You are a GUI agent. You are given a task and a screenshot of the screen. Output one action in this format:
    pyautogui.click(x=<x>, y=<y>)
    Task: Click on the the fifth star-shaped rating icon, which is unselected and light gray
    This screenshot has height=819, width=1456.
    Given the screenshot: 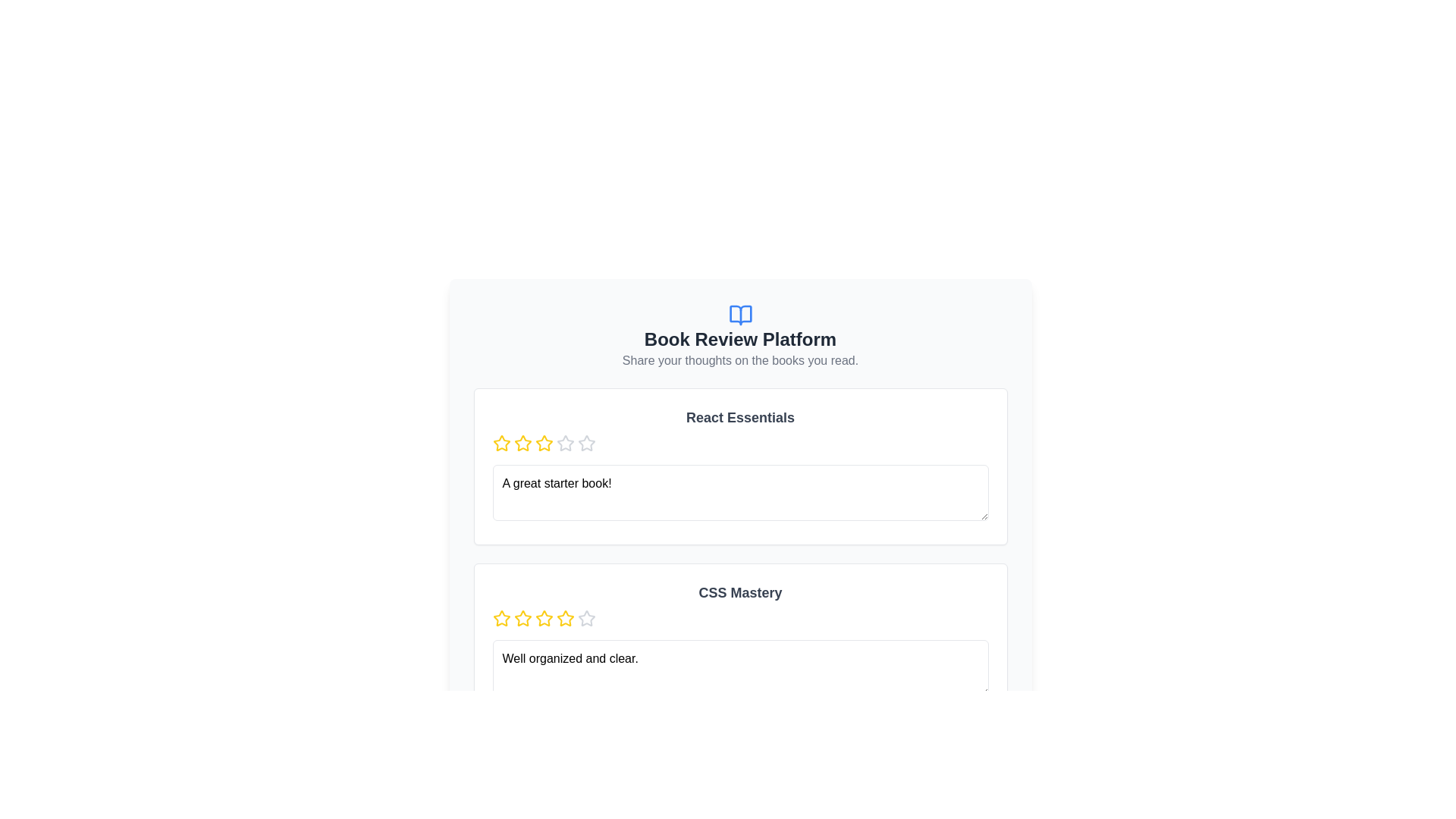 What is the action you would take?
    pyautogui.click(x=585, y=619)
    